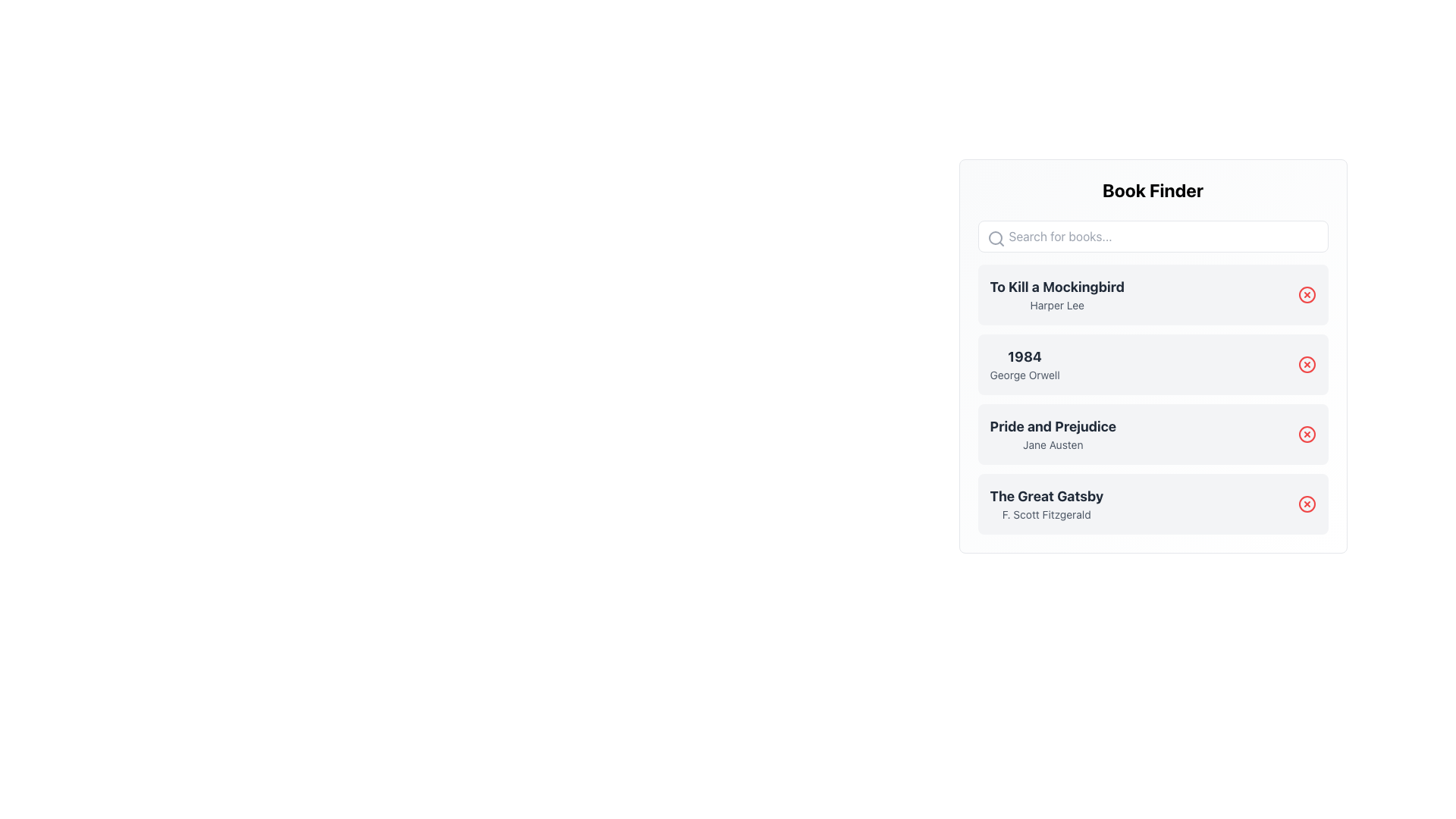 This screenshot has width=1456, height=819. Describe the element at coordinates (1153, 435) in the screenshot. I see `the third book entry in the 'Book Finder' section, which displays information about a book and is located between '1984 by George Orwell' and 'The Great Gatsby by F. Scott Fitzgerald'` at that location.